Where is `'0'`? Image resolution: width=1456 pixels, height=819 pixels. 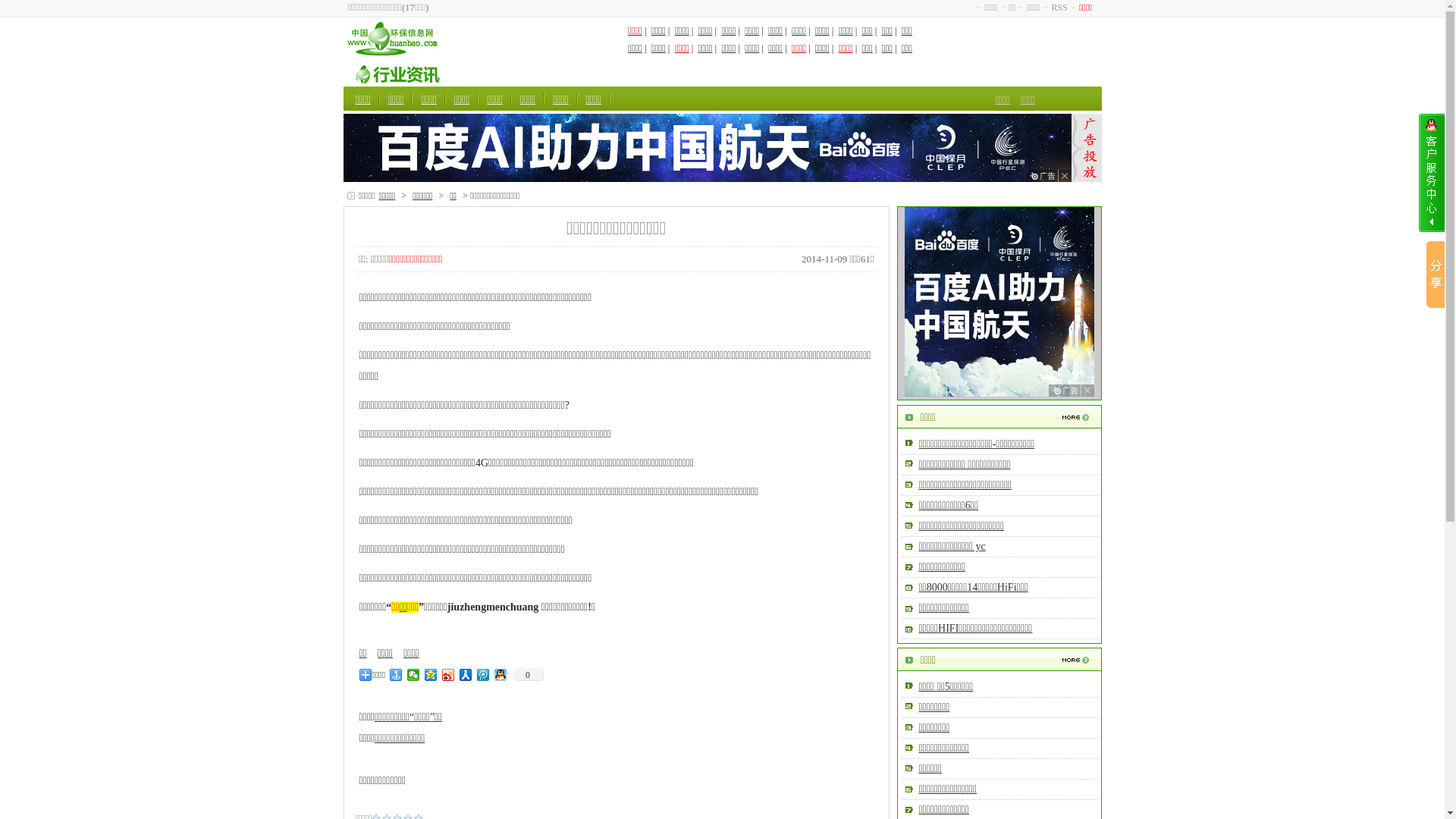 '0' is located at coordinates (528, 674).